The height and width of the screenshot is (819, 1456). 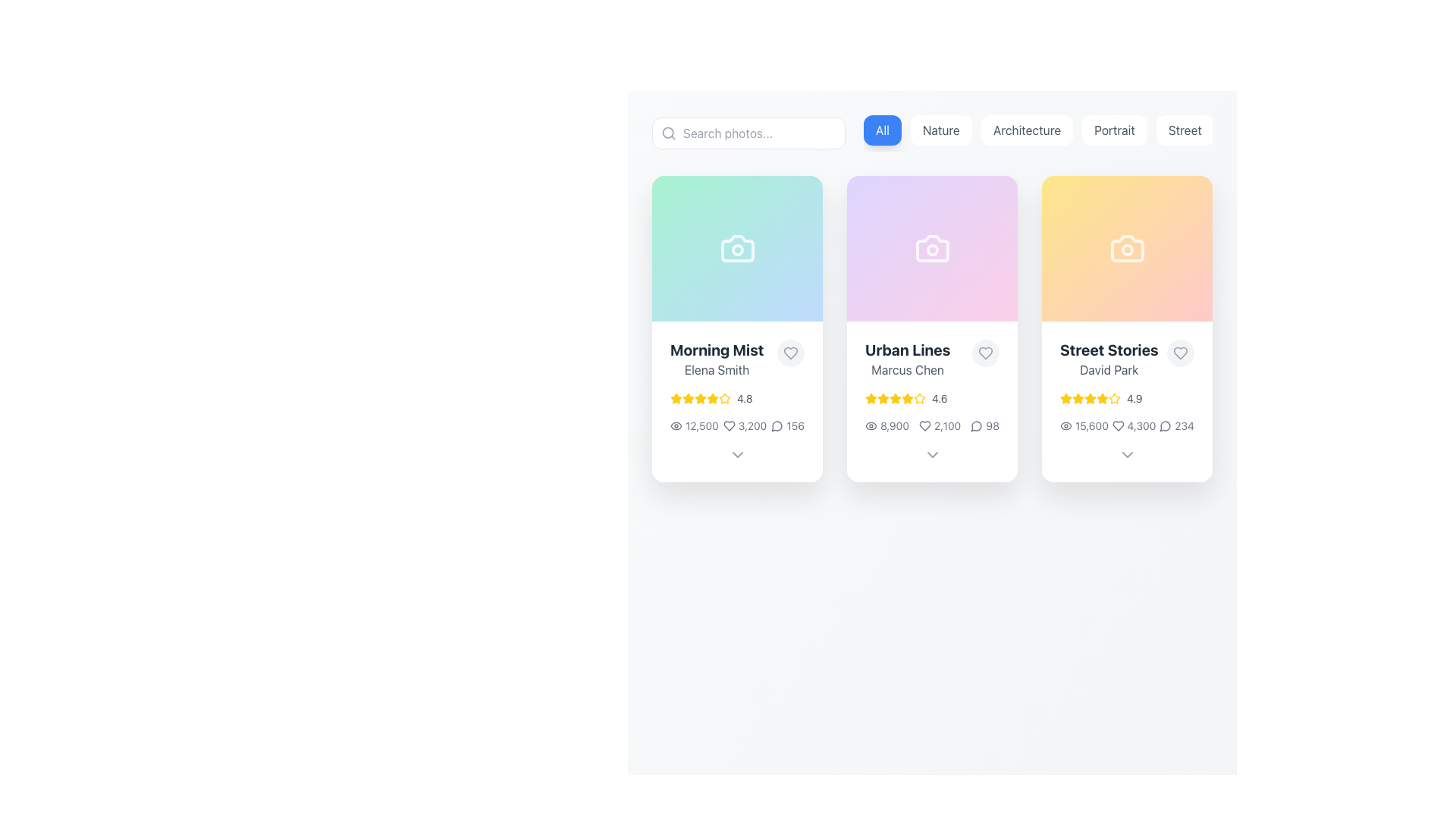 I want to click on the search bar located in the top-left section of the layout to focus on the input area, so click(x=748, y=133).